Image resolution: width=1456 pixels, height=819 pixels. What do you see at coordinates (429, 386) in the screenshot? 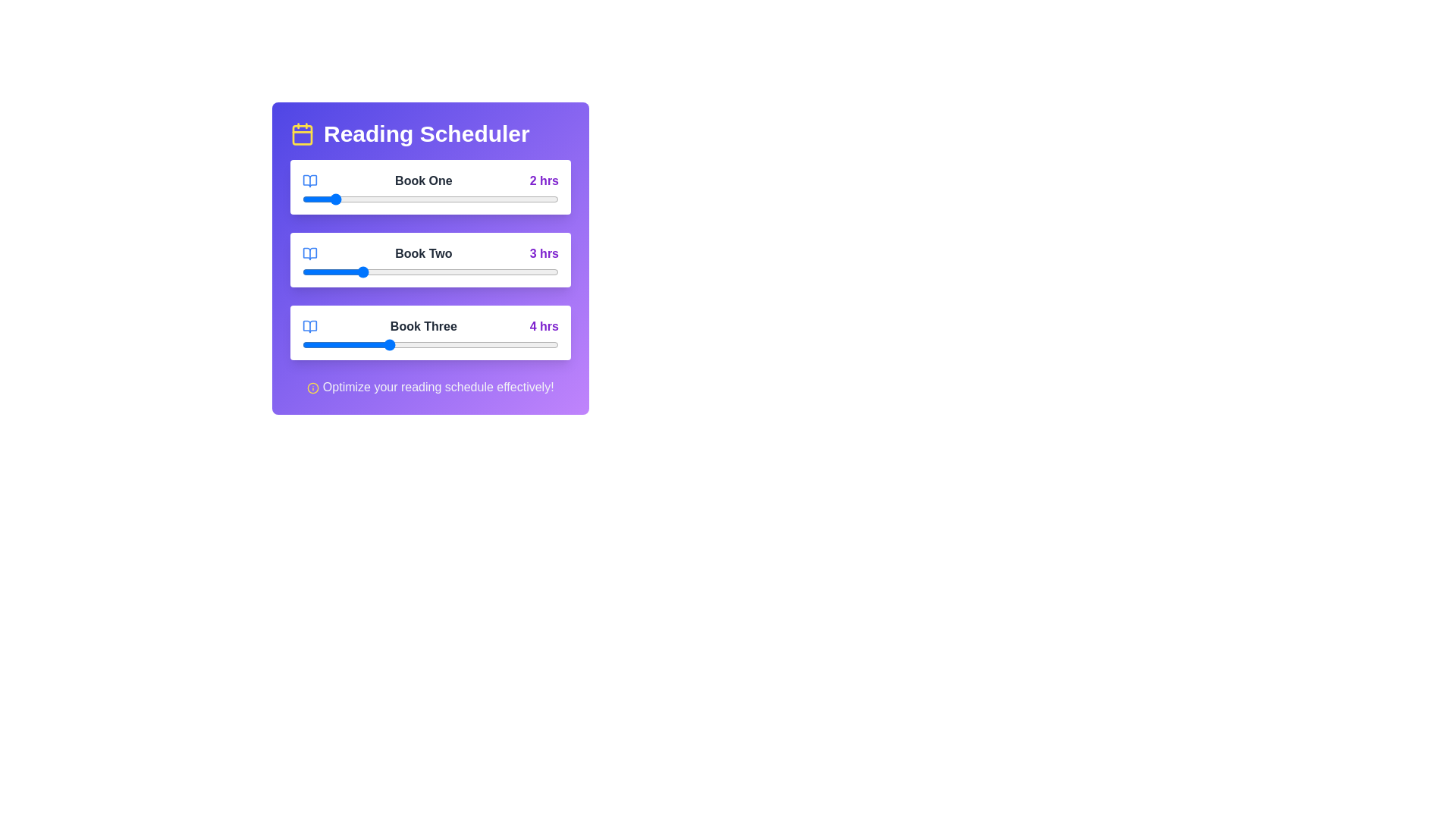
I see `the footer text to engage with additional information or suggestions` at bounding box center [429, 386].